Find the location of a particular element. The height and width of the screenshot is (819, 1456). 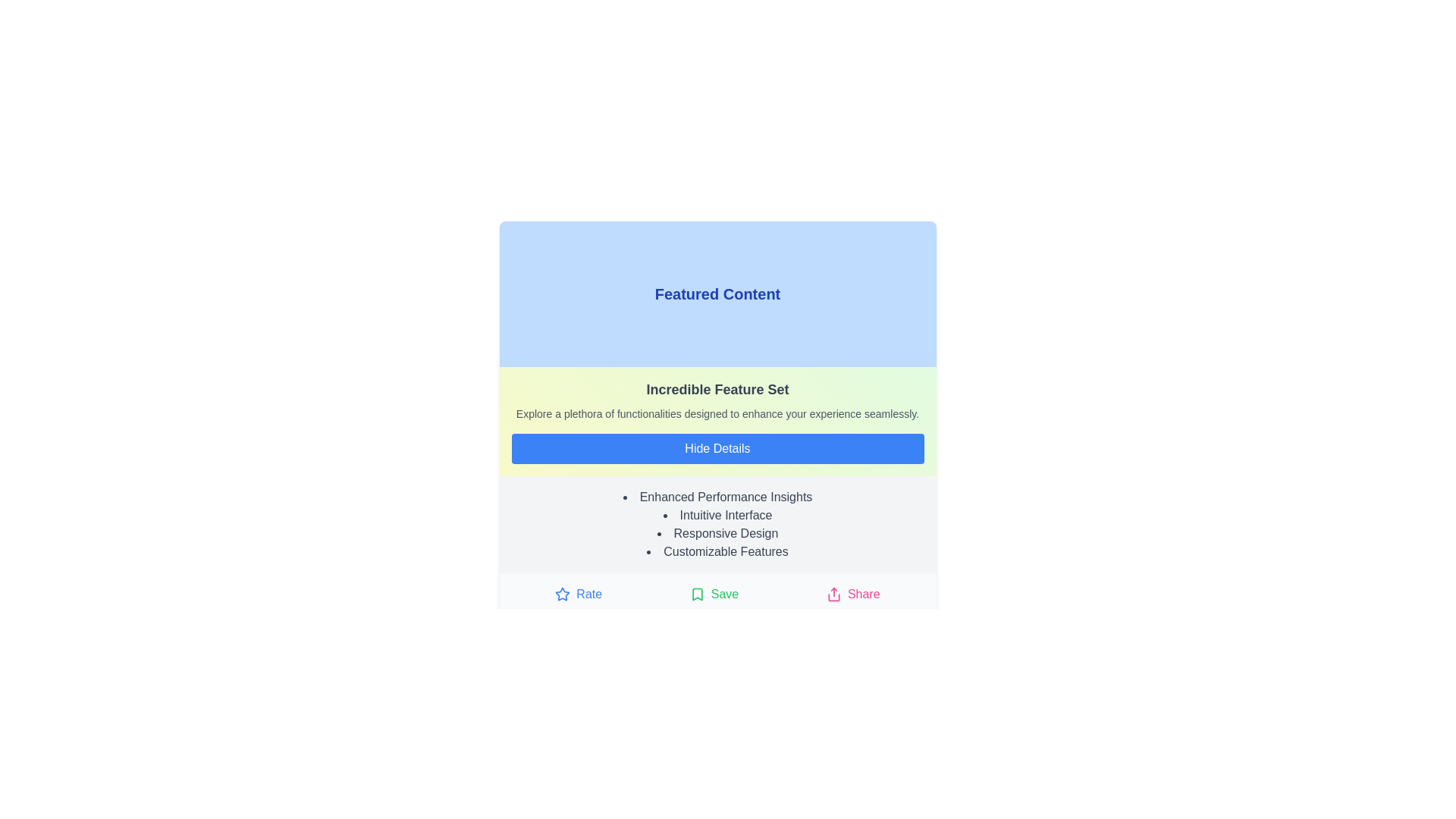

the pink 'Share' icon located at the bottom-right corner of the main content section is located at coordinates (833, 593).